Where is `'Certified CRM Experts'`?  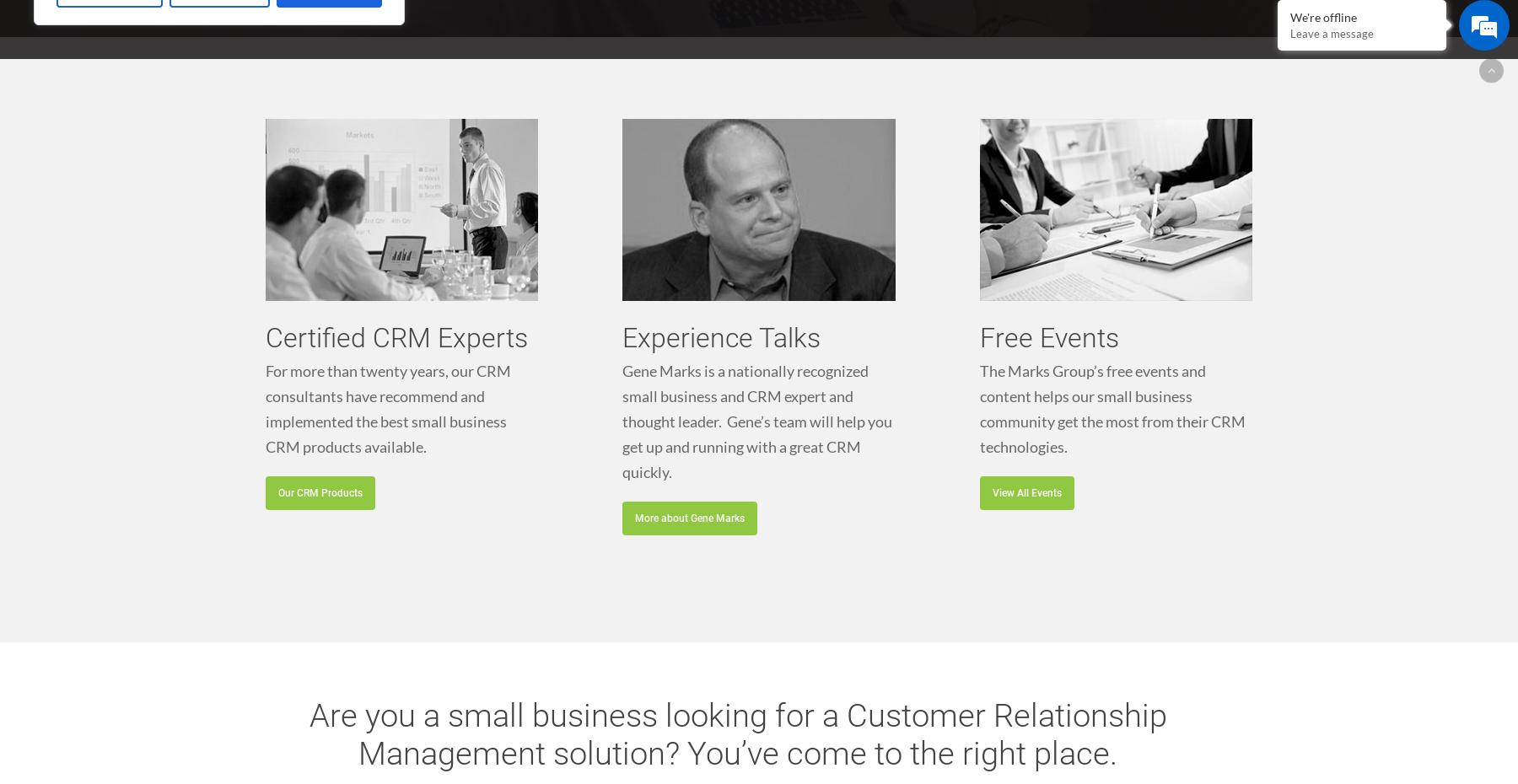 'Certified CRM Experts' is located at coordinates (396, 336).